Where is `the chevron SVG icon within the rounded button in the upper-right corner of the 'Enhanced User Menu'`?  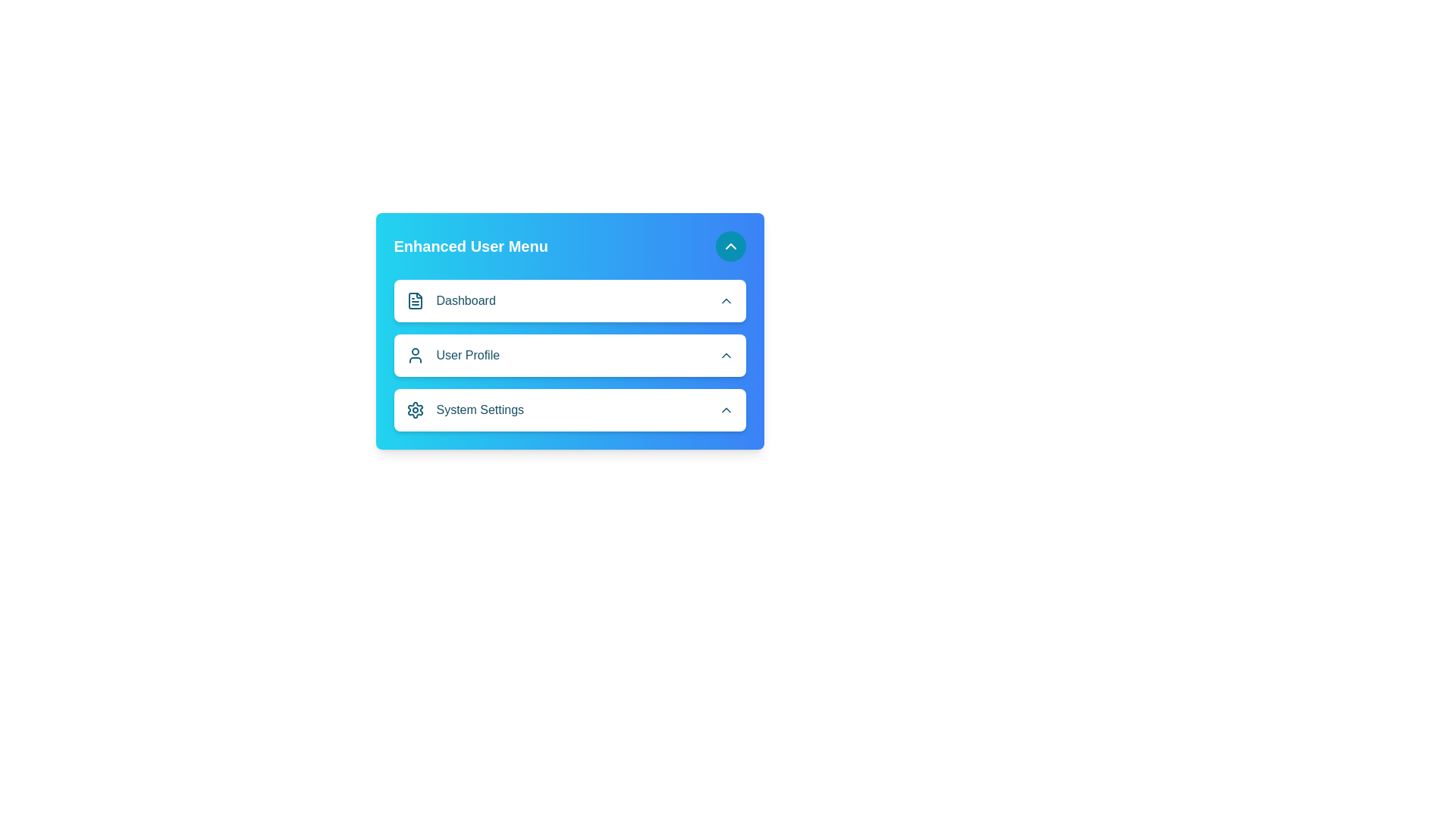 the chevron SVG icon within the rounded button in the upper-right corner of the 'Enhanced User Menu' is located at coordinates (730, 245).